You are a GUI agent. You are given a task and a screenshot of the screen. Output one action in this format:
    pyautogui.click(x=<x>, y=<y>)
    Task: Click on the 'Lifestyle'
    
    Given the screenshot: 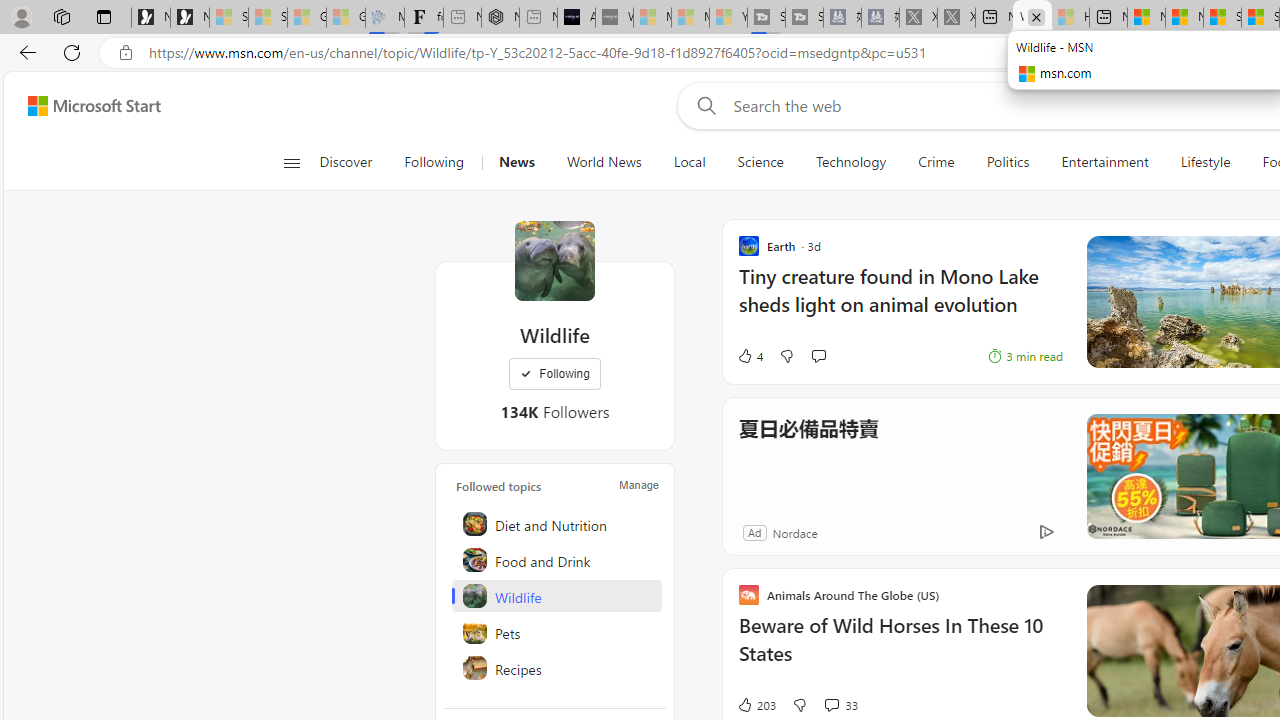 What is the action you would take?
    pyautogui.click(x=1204, y=162)
    